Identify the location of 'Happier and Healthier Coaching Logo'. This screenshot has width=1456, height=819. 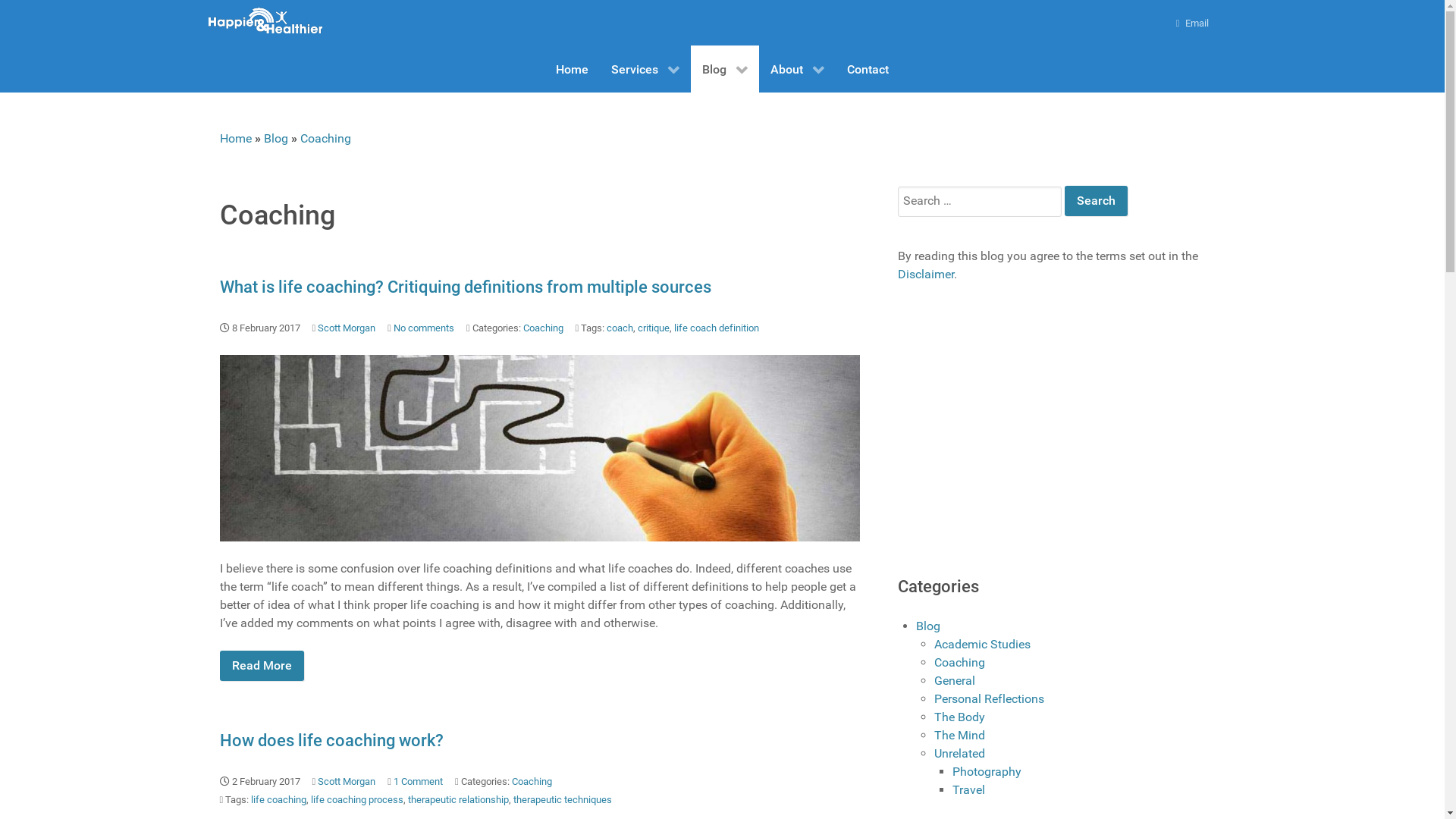
(206, 20).